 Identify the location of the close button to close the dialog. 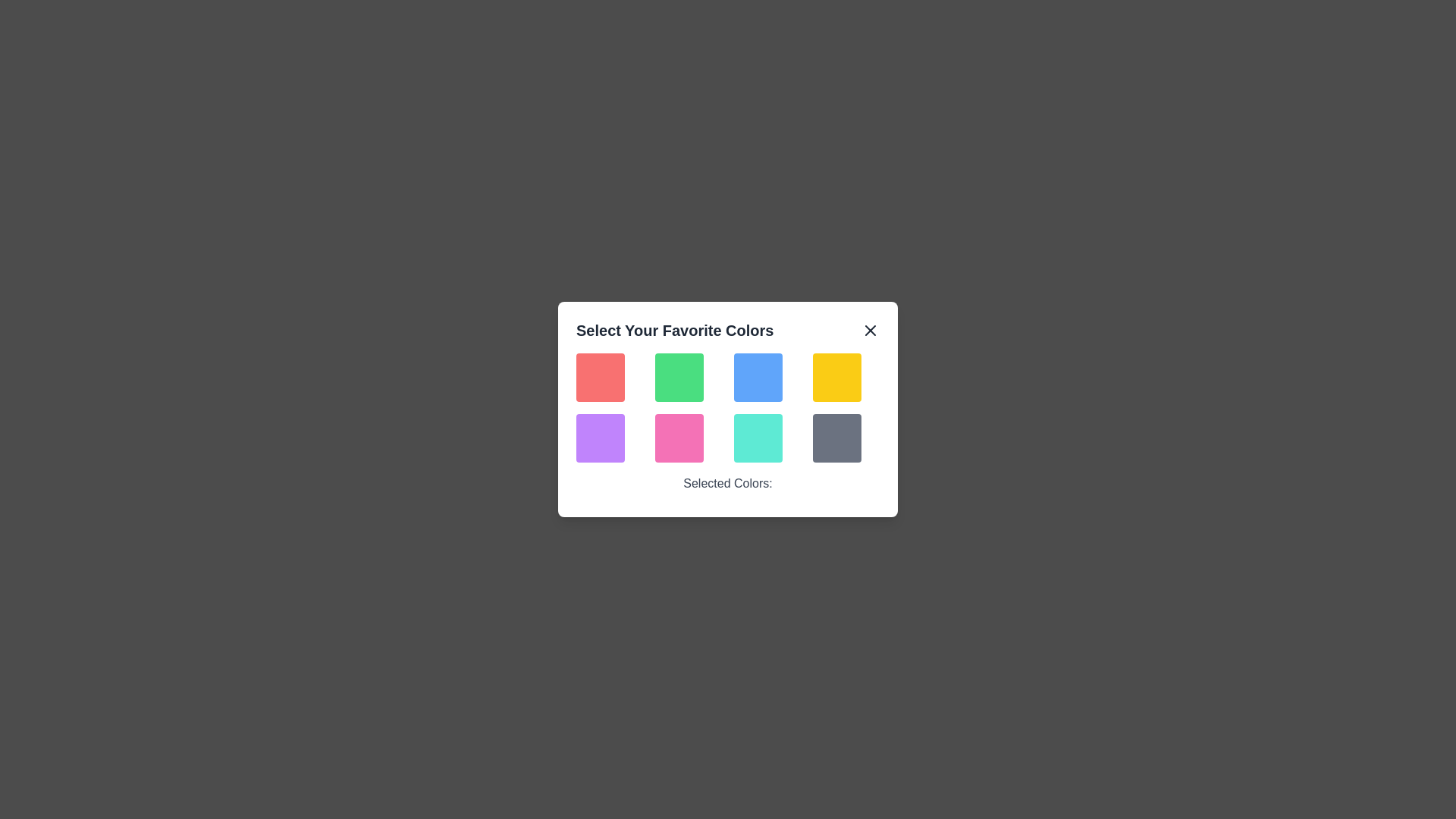
(870, 329).